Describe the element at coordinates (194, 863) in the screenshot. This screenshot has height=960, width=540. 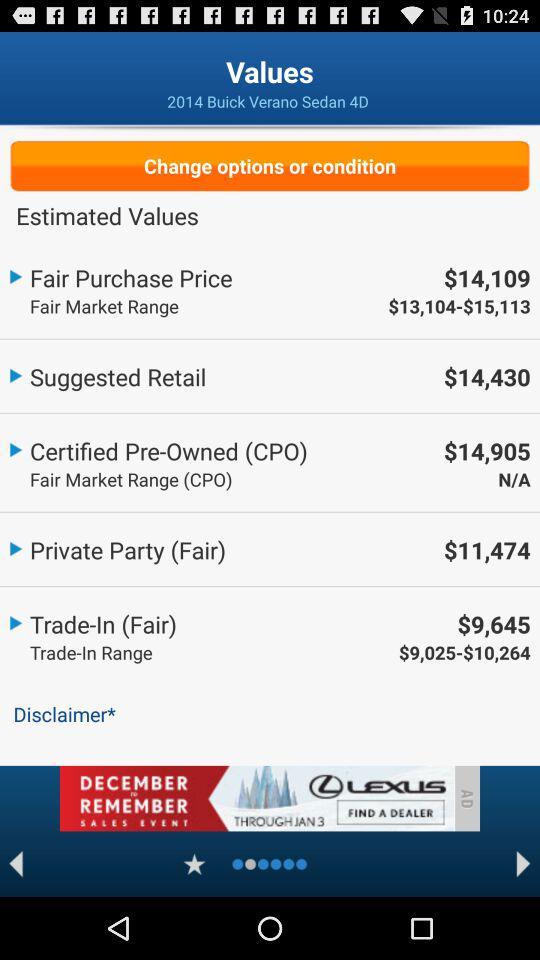
I see `item` at that location.